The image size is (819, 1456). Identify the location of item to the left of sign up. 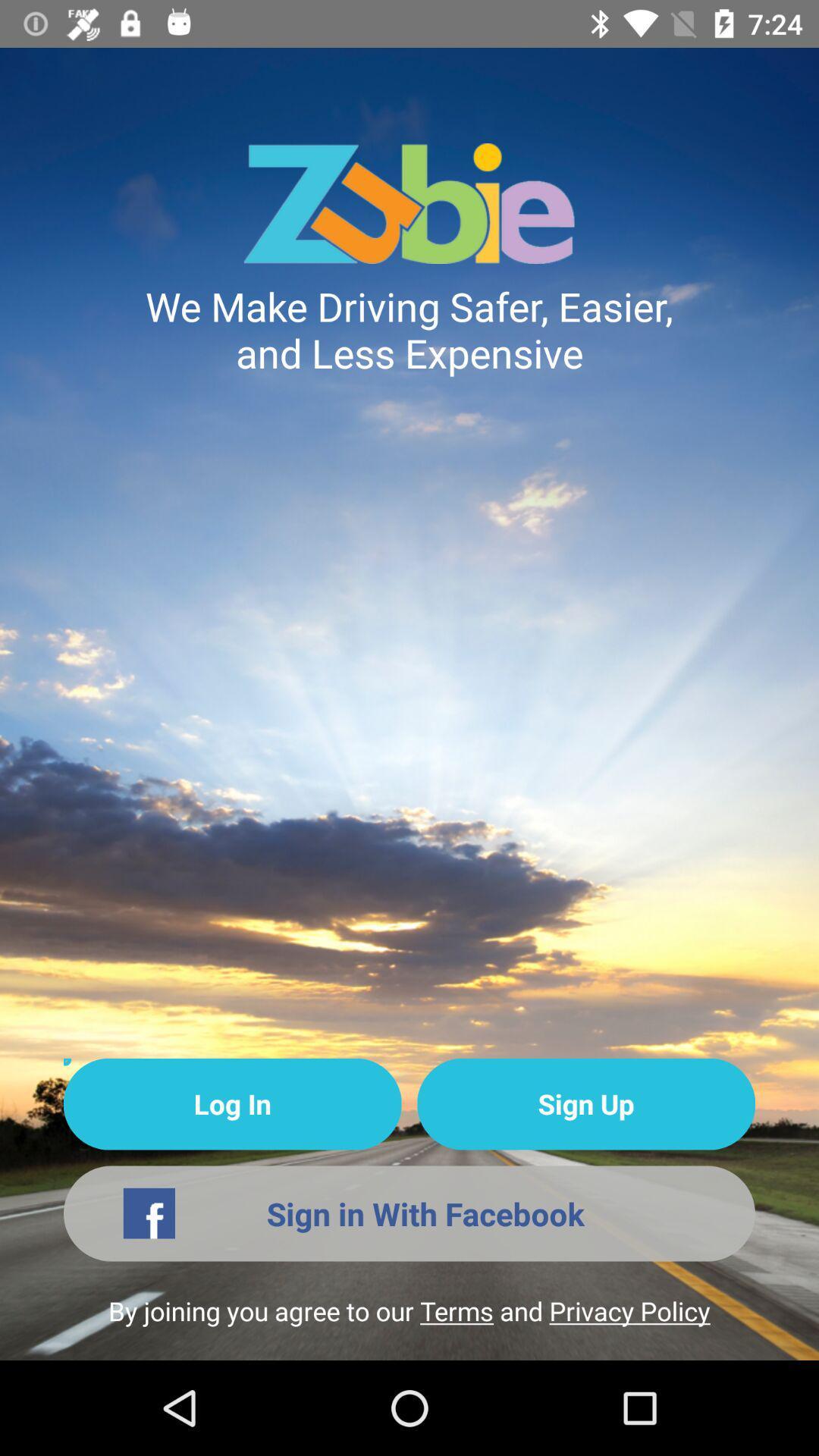
(232, 1104).